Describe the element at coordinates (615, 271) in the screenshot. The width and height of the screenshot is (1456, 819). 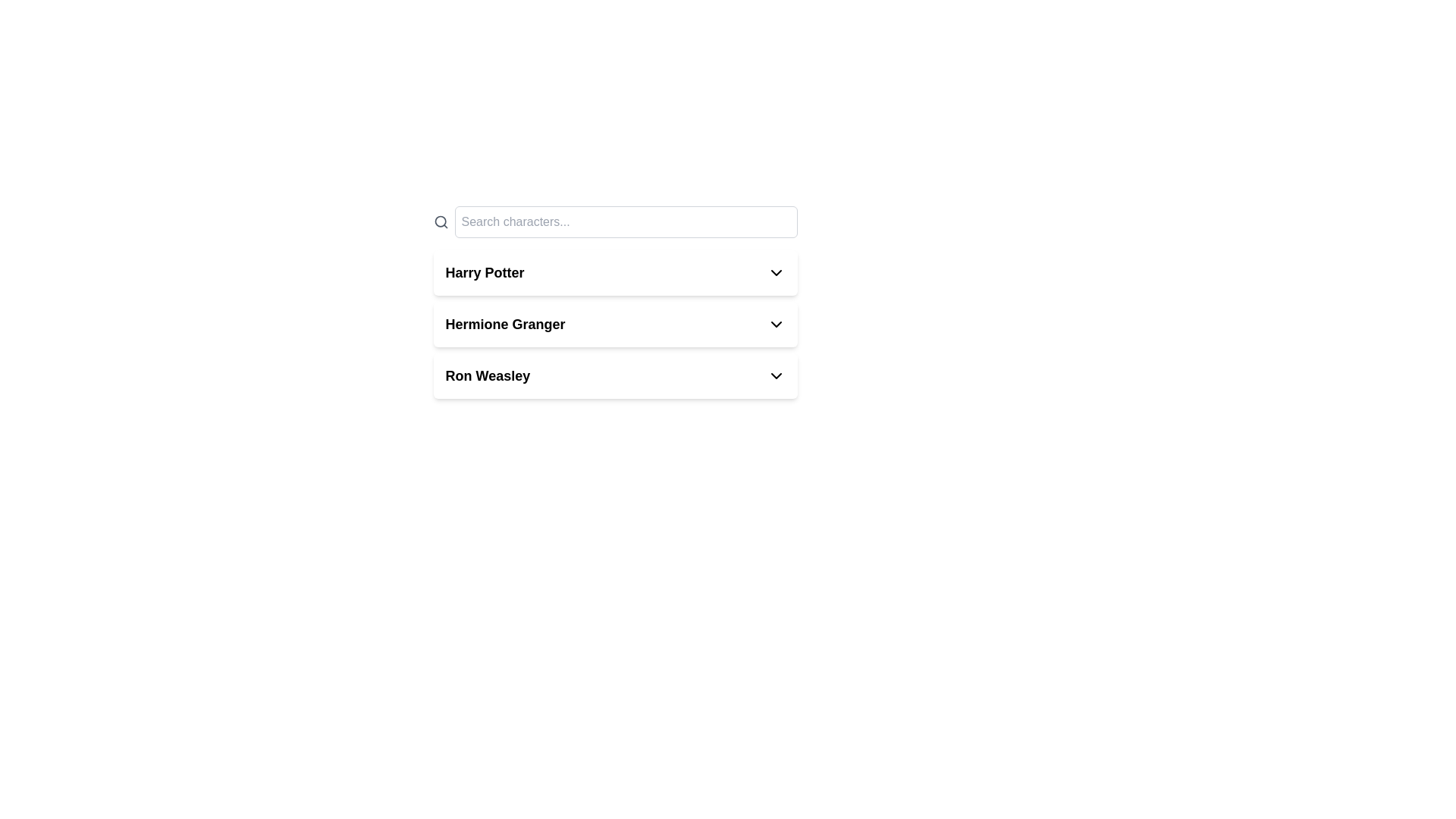
I see `the 'Harry Potter' dropdown option` at that location.